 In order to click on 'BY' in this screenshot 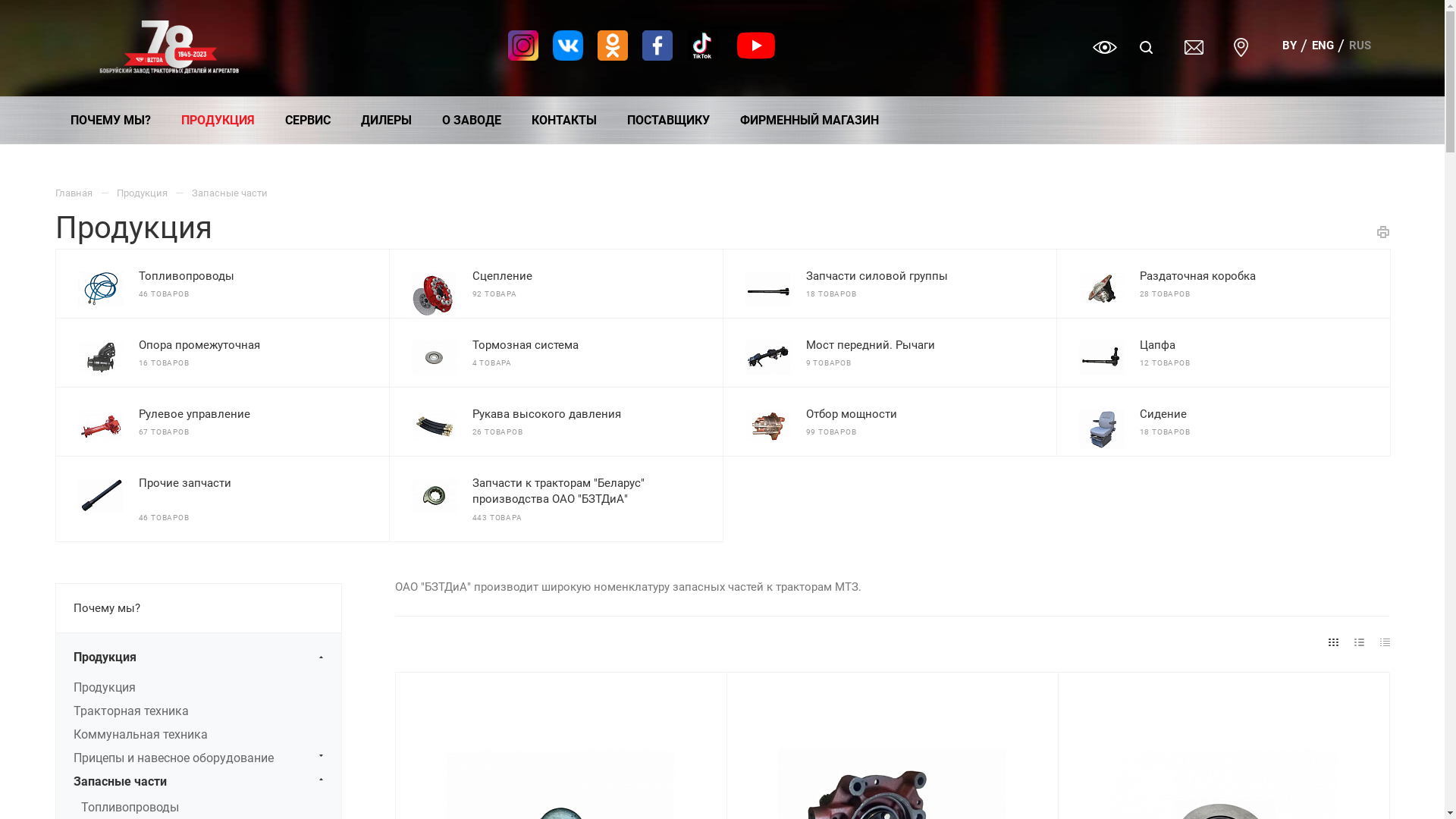, I will do `click(1288, 45)`.